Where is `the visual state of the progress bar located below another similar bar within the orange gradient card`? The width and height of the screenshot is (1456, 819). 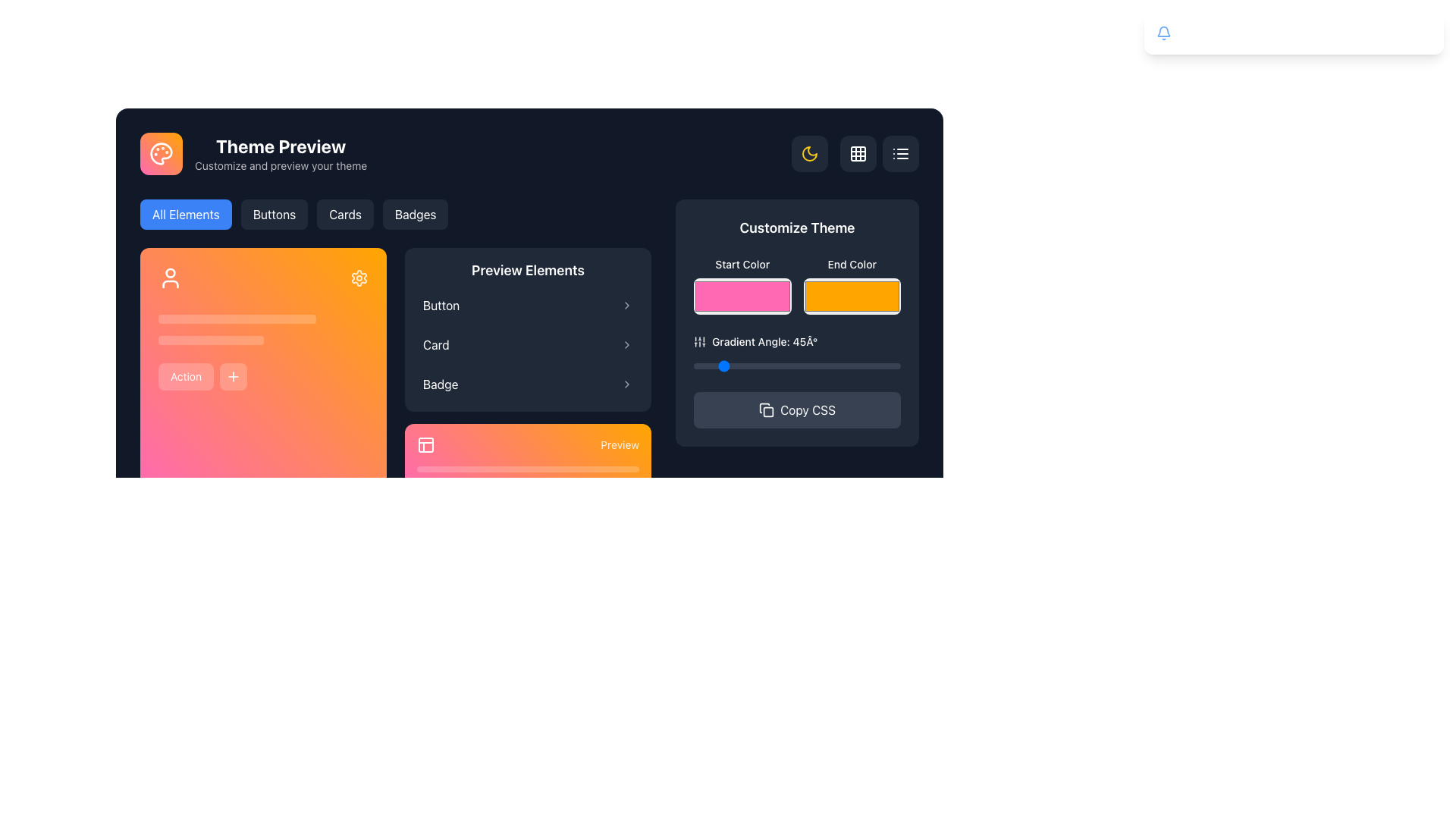
the visual state of the progress bar located below another similar bar within the orange gradient card is located at coordinates (500, 482).